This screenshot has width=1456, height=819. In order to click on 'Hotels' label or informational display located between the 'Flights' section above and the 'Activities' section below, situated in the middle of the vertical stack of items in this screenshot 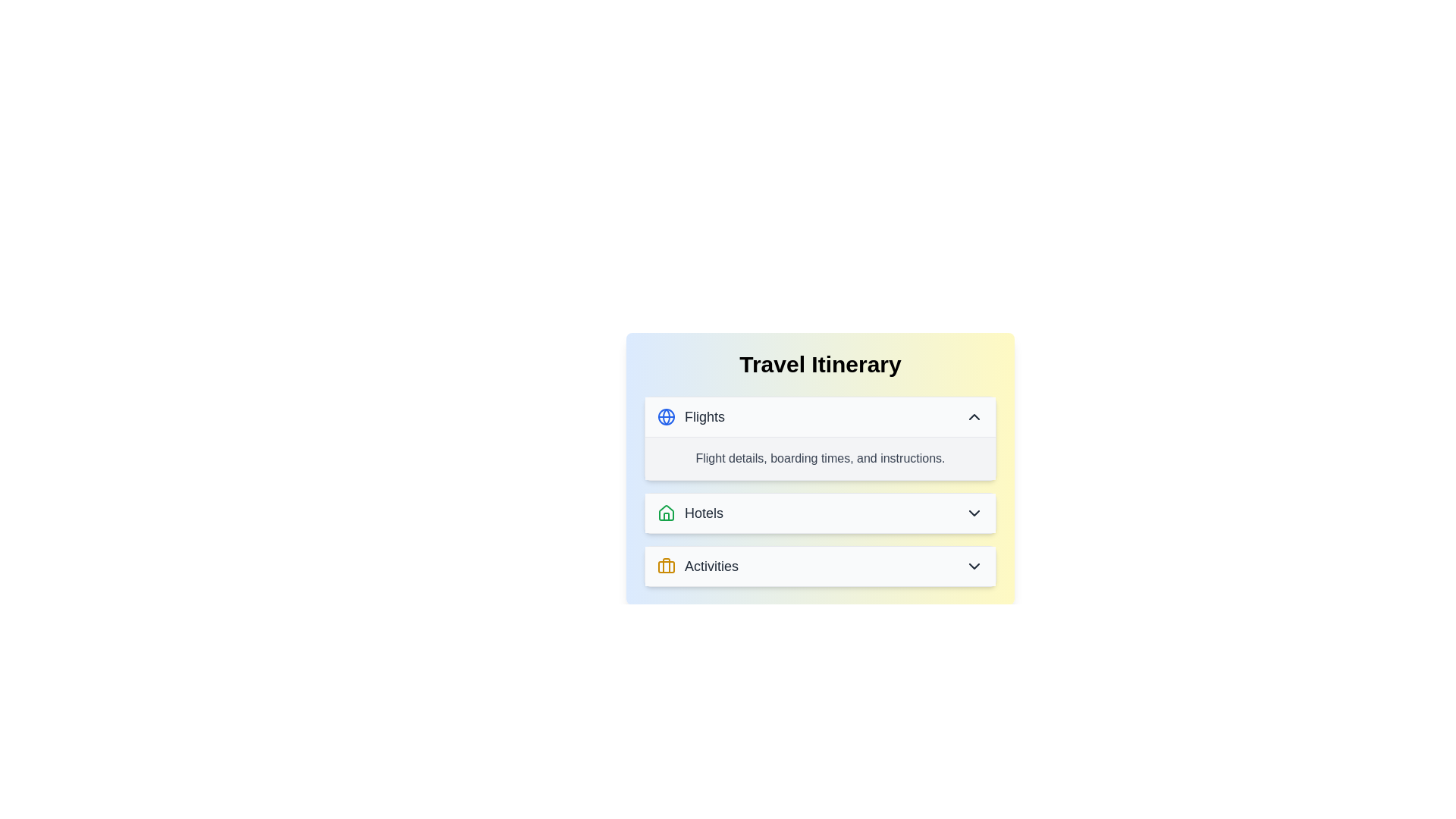, I will do `click(689, 513)`.